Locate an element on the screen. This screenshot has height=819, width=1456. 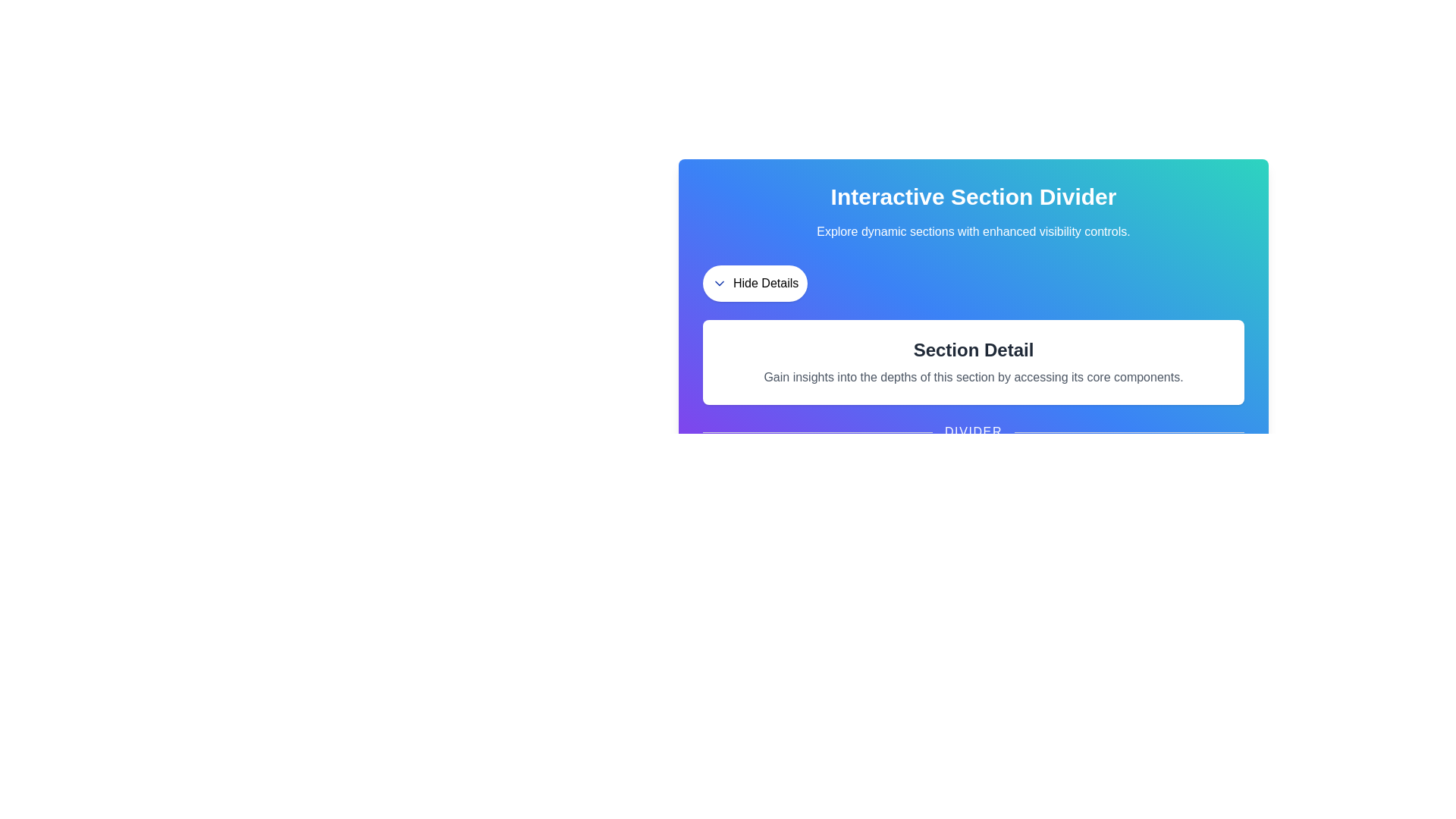
the paragraph styled with light gray font color located in the 'Section Detail' section, which reads: 'Gain insights into the depths of this section by accessing its core components.' is located at coordinates (973, 376).